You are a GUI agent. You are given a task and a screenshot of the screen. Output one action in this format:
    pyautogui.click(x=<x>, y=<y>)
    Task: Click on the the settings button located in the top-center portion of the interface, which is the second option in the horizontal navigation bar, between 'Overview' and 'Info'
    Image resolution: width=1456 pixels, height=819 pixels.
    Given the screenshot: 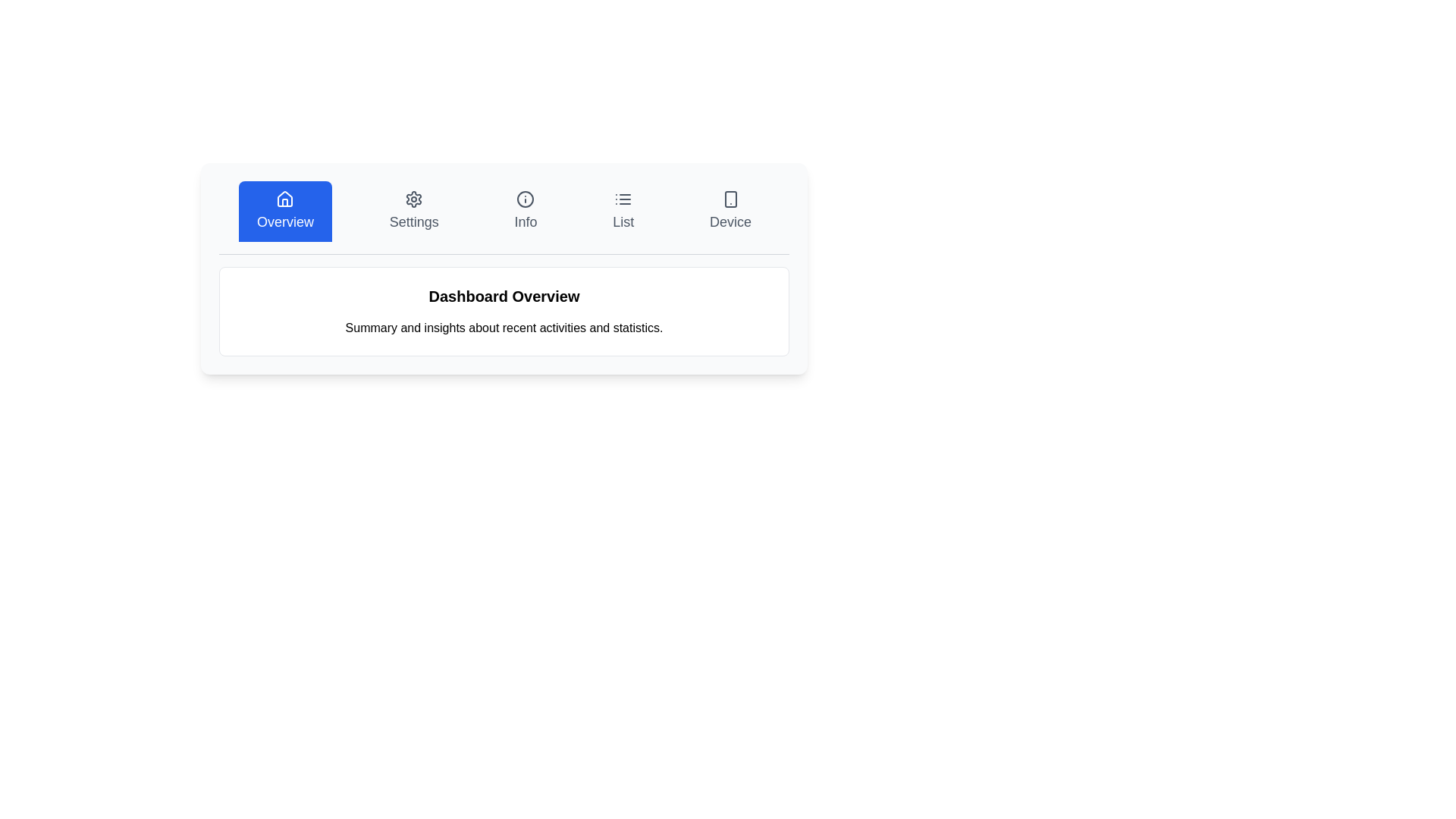 What is the action you would take?
    pyautogui.click(x=414, y=211)
    